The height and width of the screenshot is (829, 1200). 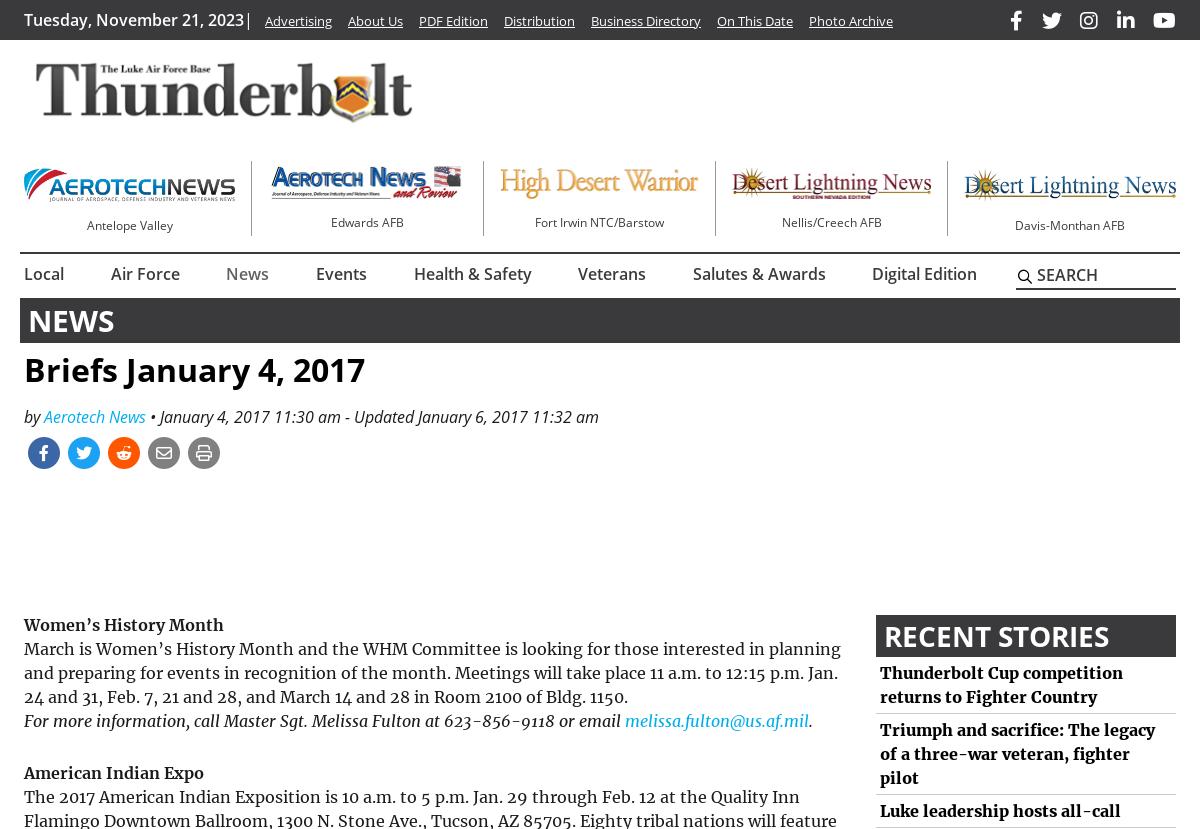 What do you see at coordinates (1000, 810) in the screenshot?
I see `'Luke leadership hosts all-call'` at bounding box center [1000, 810].